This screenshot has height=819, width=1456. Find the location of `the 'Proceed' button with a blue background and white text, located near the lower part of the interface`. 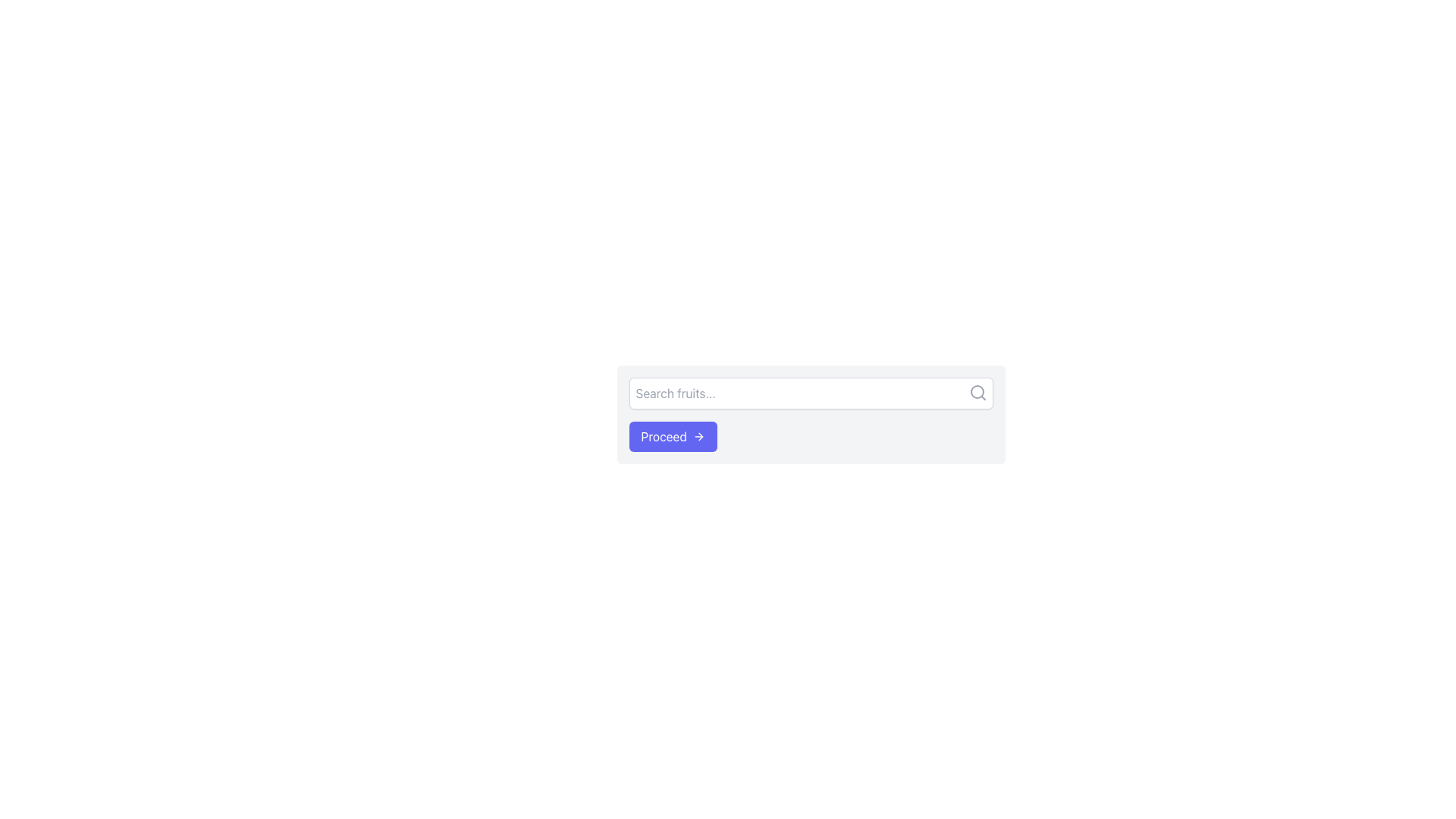

the 'Proceed' button with a blue background and white text, located near the lower part of the interface is located at coordinates (672, 436).